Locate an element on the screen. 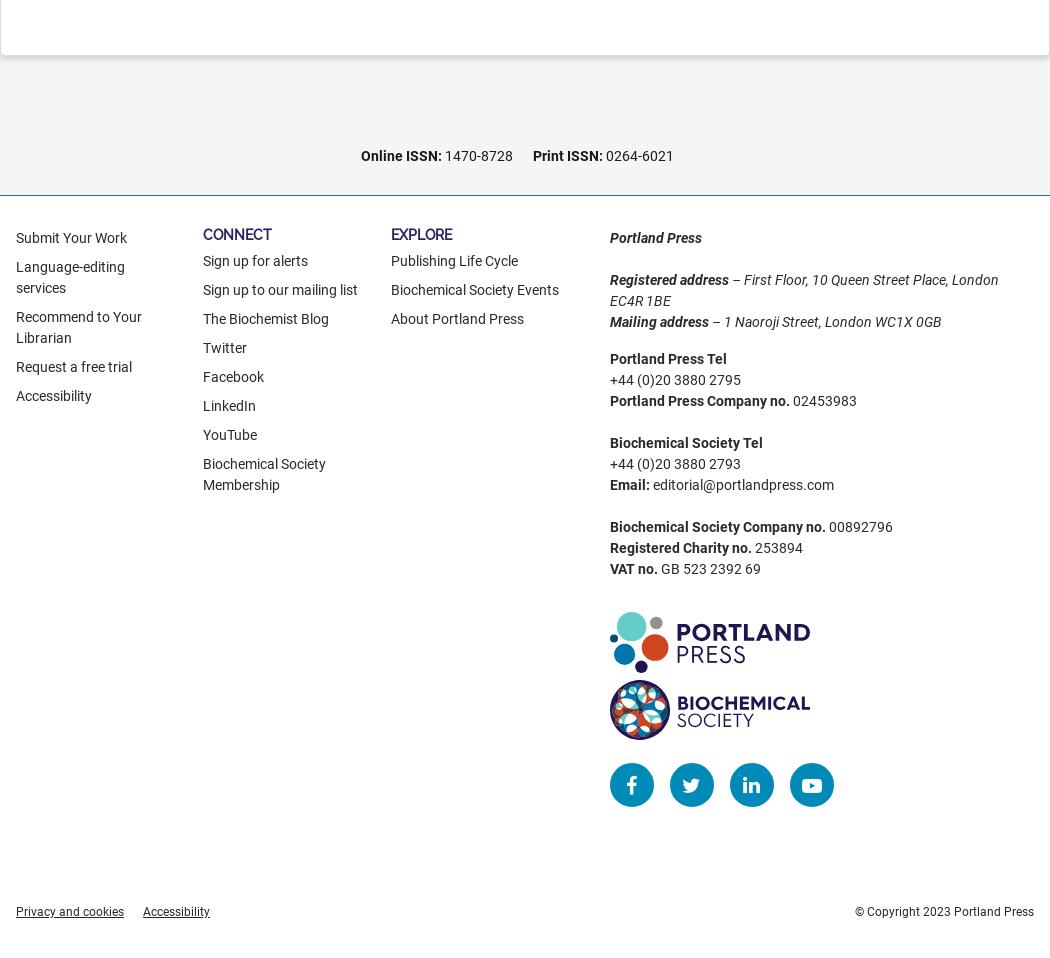 The width and height of the screenshot is (1050, 958). 'Biochemical Society Membership' is located at coordinates (201, 473).